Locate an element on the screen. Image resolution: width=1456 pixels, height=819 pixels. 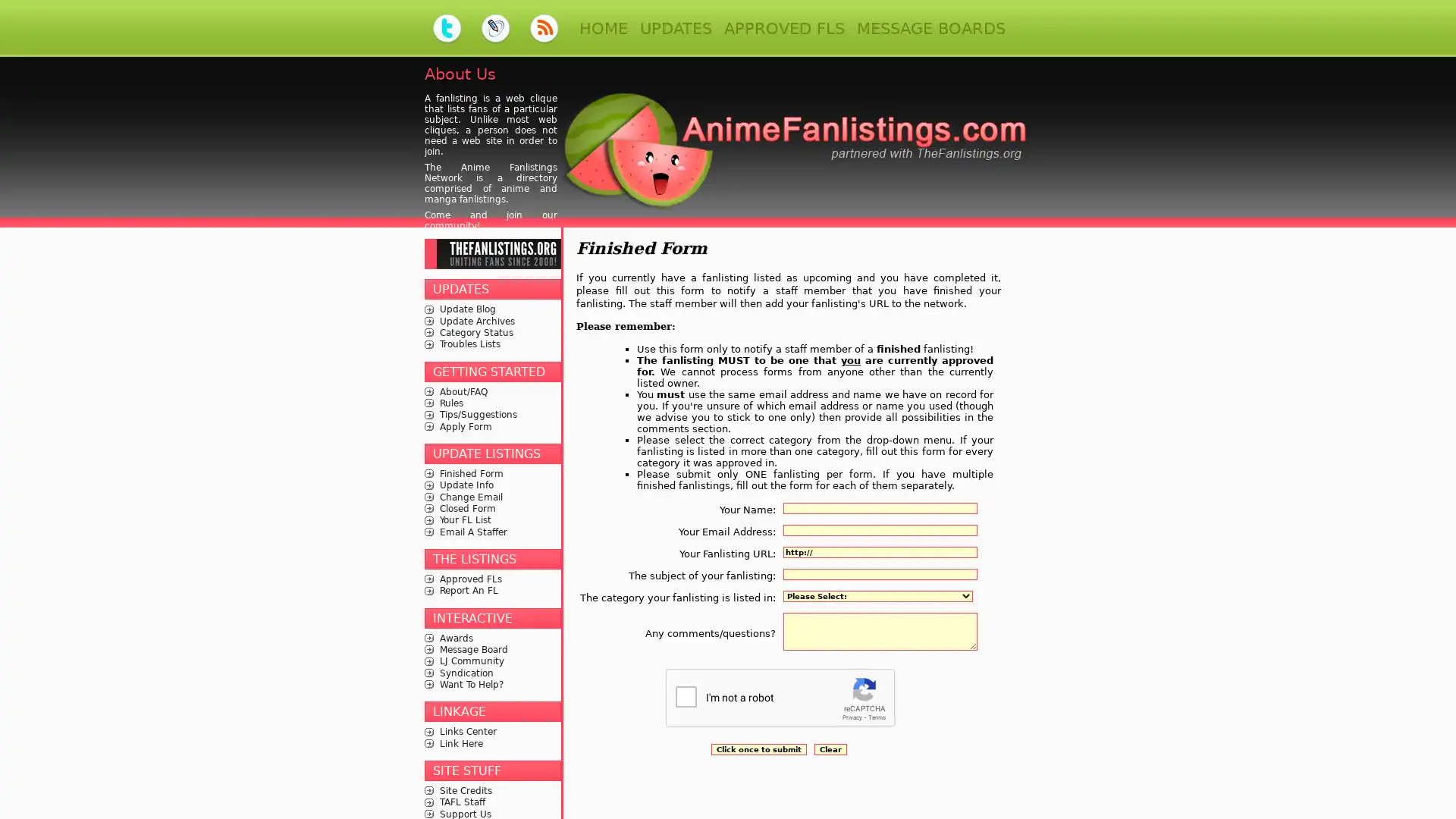
Click once to submit is located at coordinates (758, 748).